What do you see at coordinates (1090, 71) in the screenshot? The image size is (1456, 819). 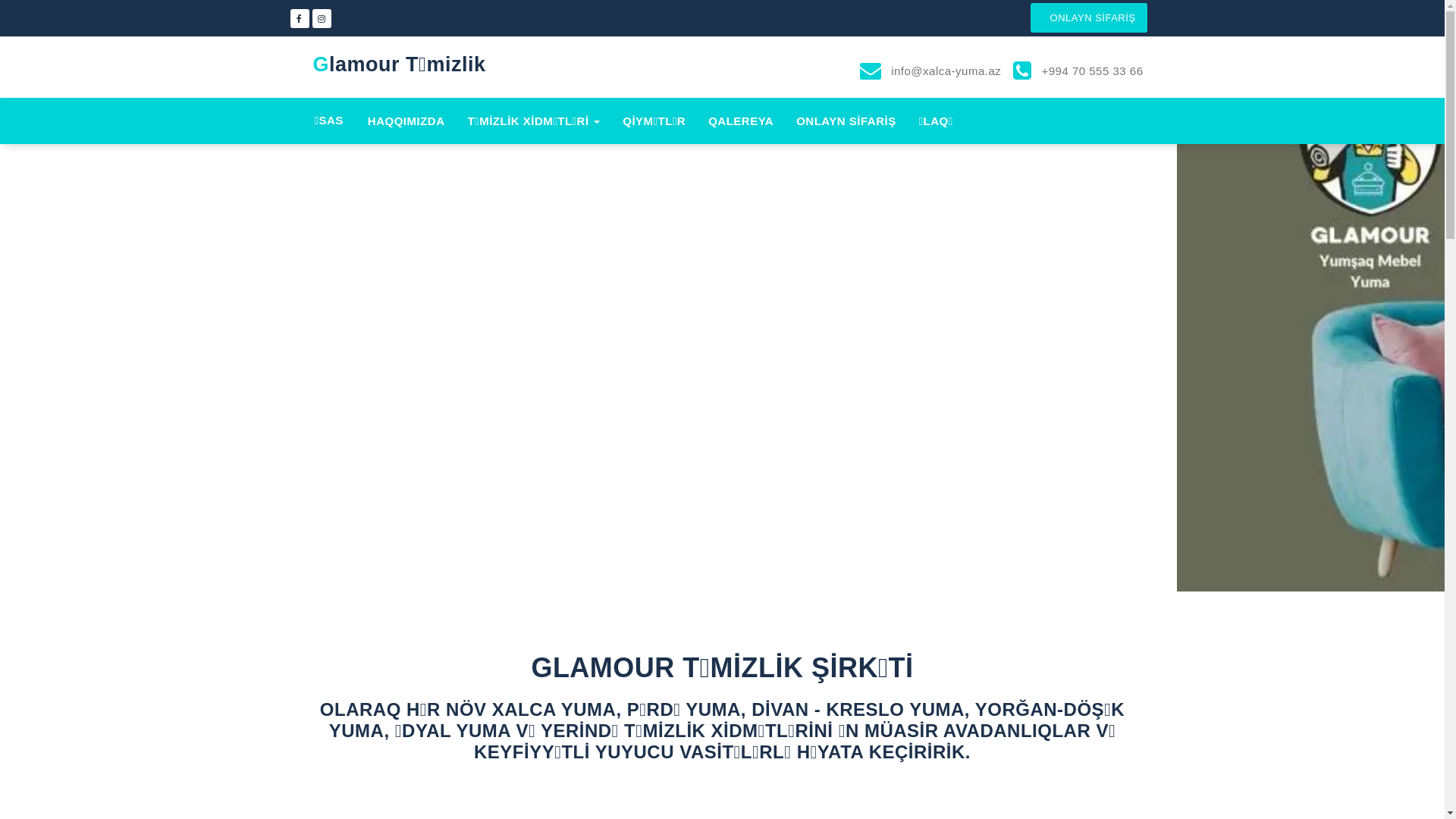 I see `'+994 70 555 33 66'` at bounding box center [1090, 71].